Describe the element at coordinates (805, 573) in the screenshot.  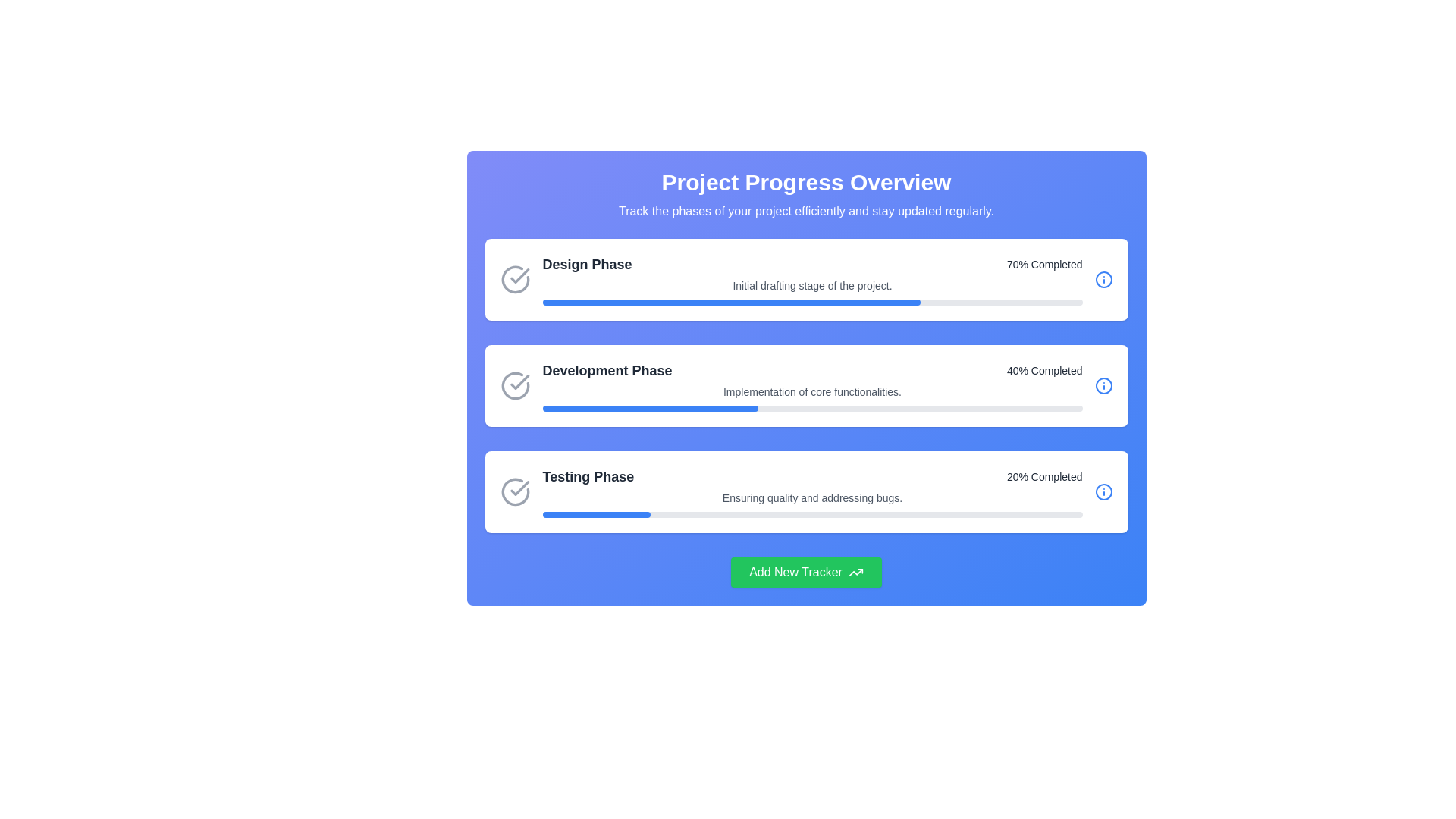
I see `the button that enables users to add a new tracker` at that location.